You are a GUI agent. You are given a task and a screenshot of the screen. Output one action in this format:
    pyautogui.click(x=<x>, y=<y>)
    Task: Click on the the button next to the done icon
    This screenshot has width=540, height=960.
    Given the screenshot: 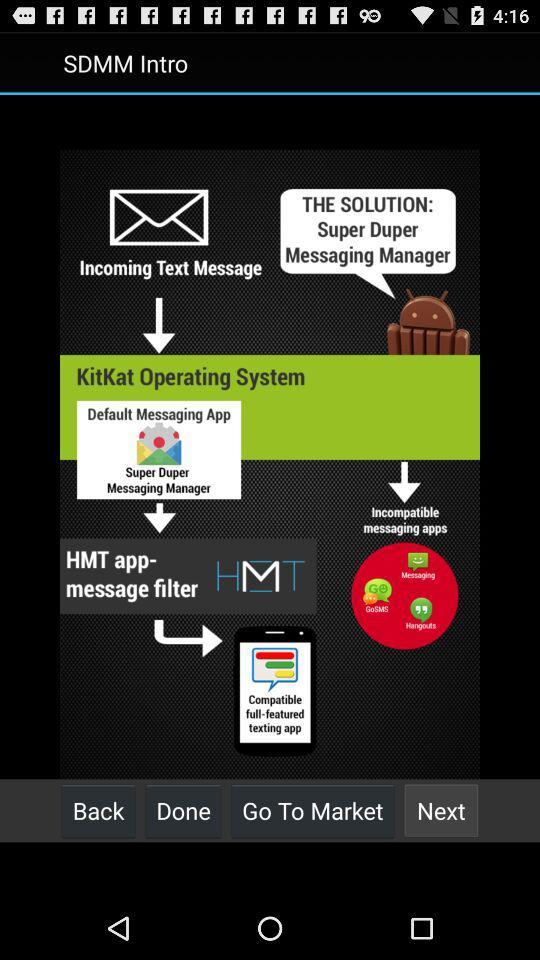 What is the action you would take?
    pyautogui.click(x=97, y=810)
    